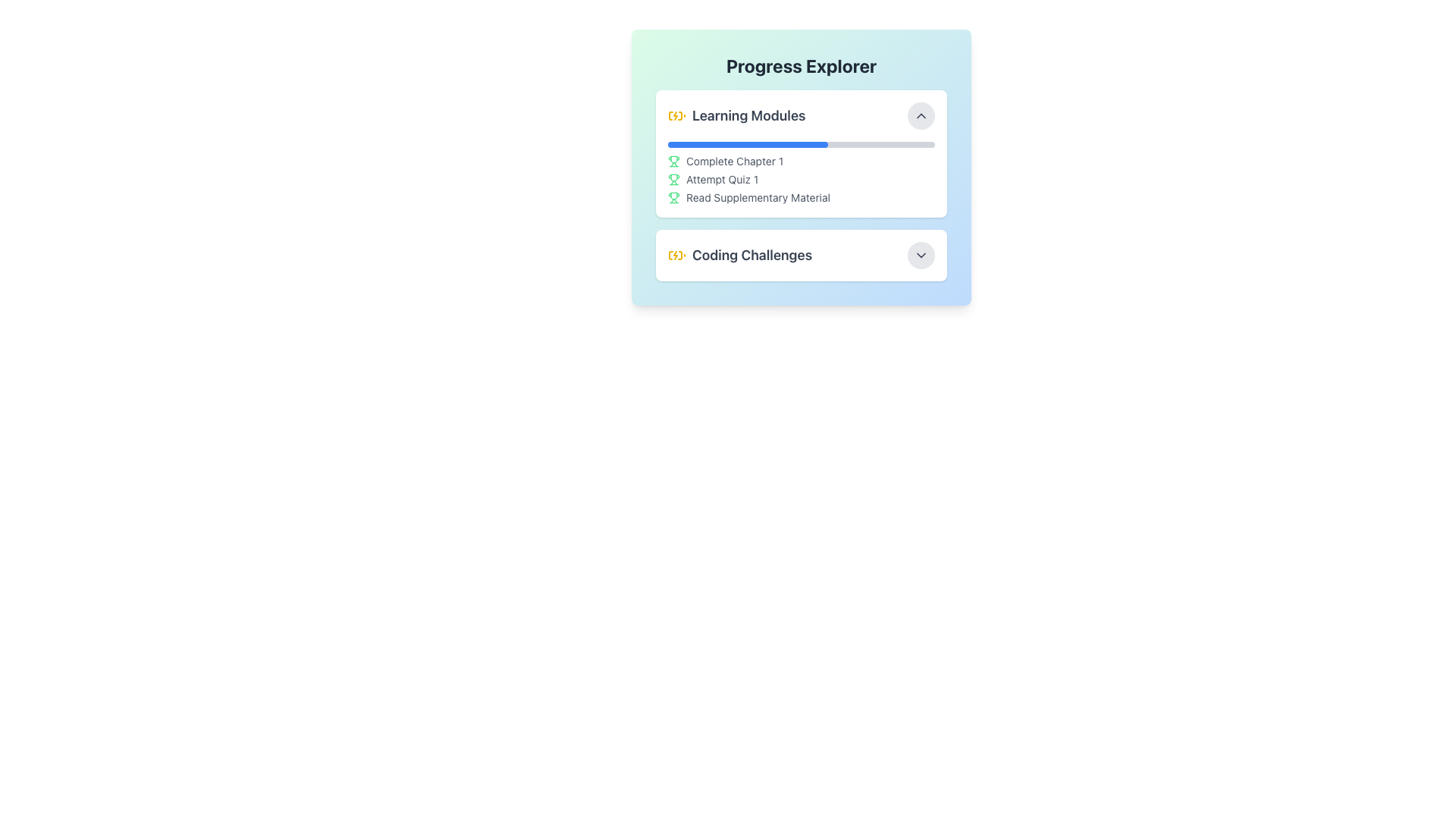 The height and width of the screenshot is (819, 1456). What do you see at coordinates (920, 115) in the screenshot?
I see `the upward-facing chevron arrow icon located inside the circular button at the top-right of the 'Learning Modules' section header` at bounding box center [920, 115].